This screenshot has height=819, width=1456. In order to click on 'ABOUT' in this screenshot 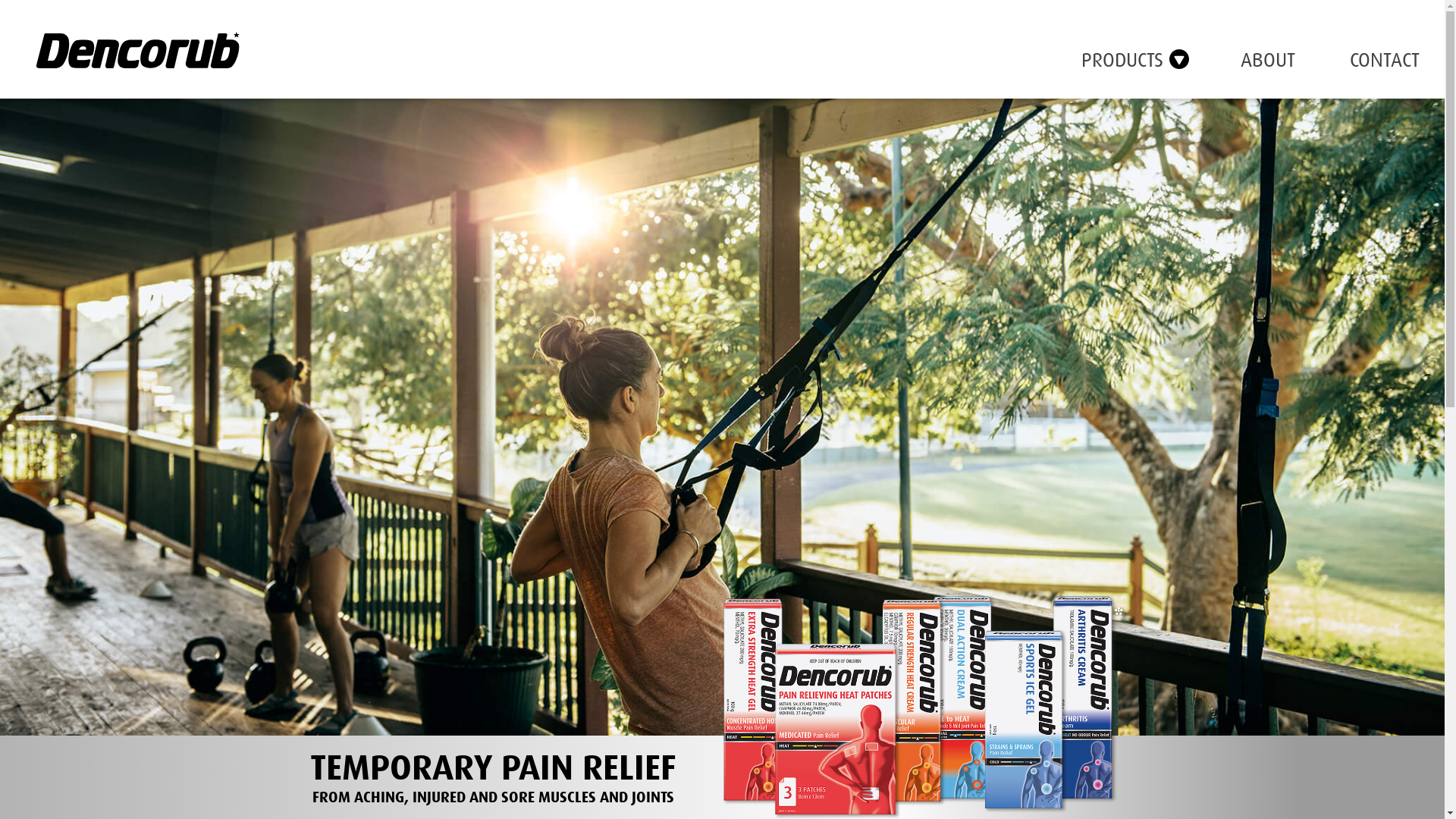, I will do `click(1241, 60)`.